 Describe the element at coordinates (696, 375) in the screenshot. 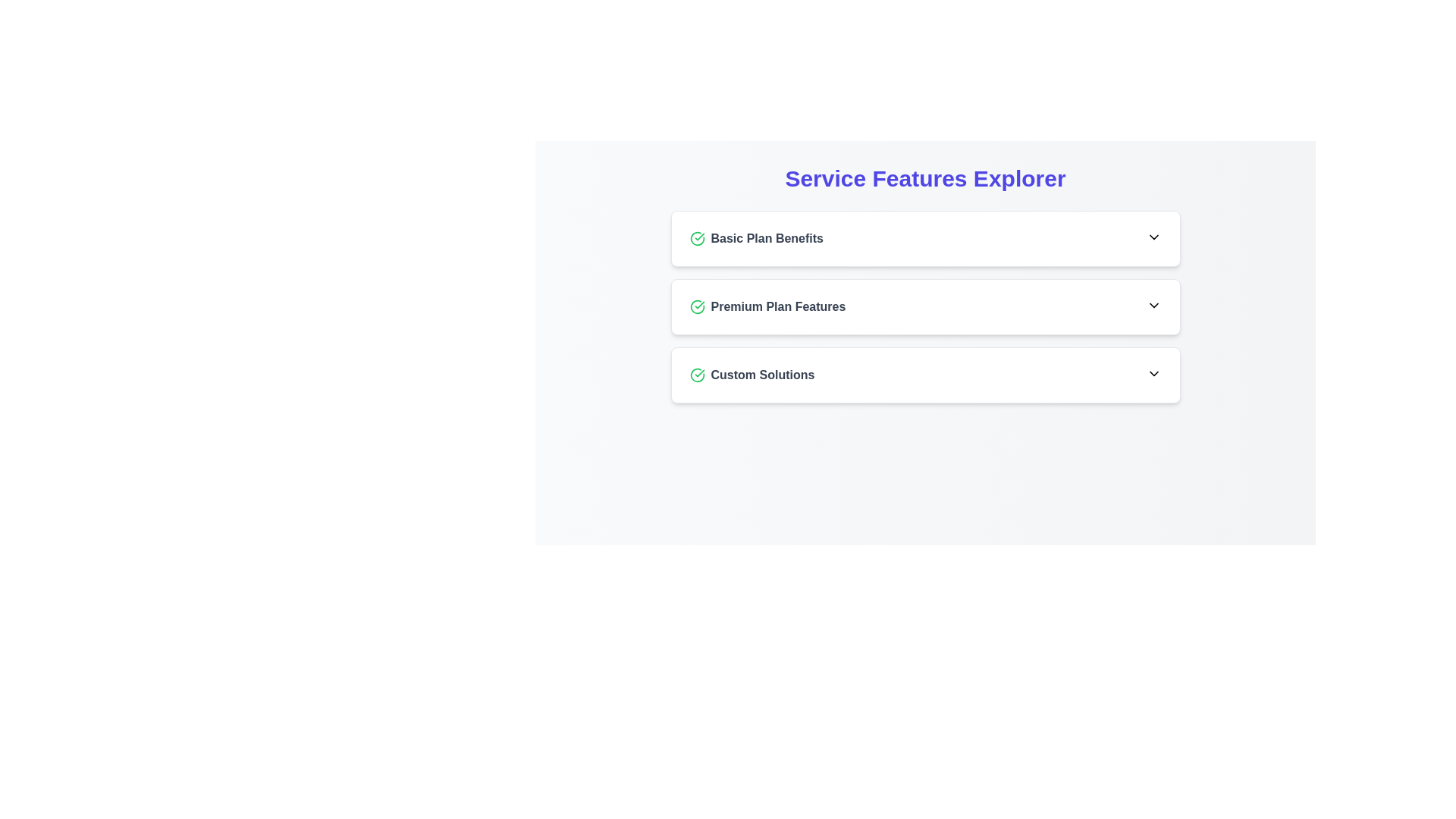

I see `the success icon that indicates a positive state for the 'Custom Solutions' feature, located to the far left of the text 'Custom Solutions'` at that location.